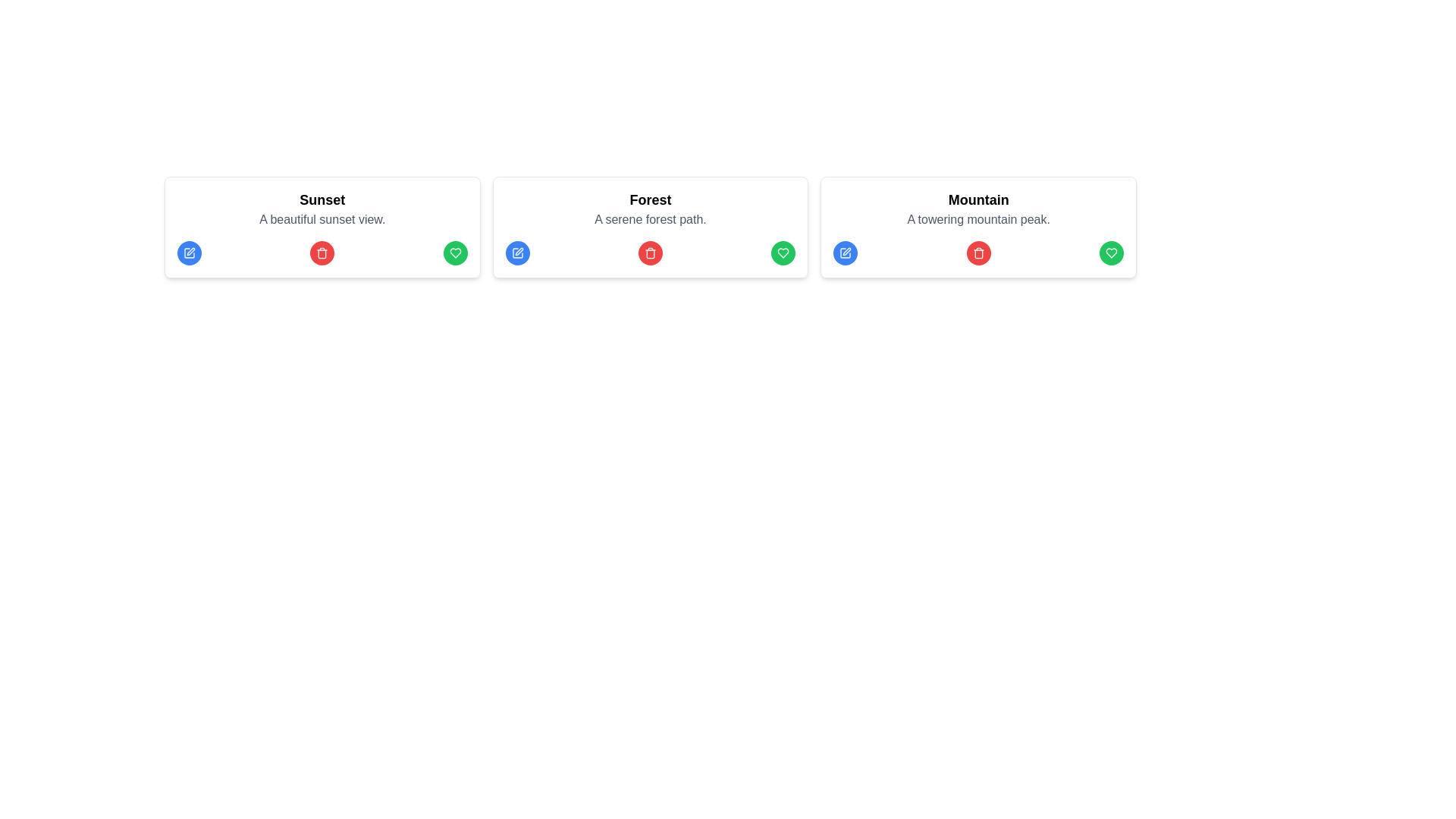  Describe the element at coordinates (845, 253) in the screenshot. I see `the leftmost graphic element in the blue circular button next to the title 'Mountain' on the third card, which signifies edit or modify functionality` at that location.